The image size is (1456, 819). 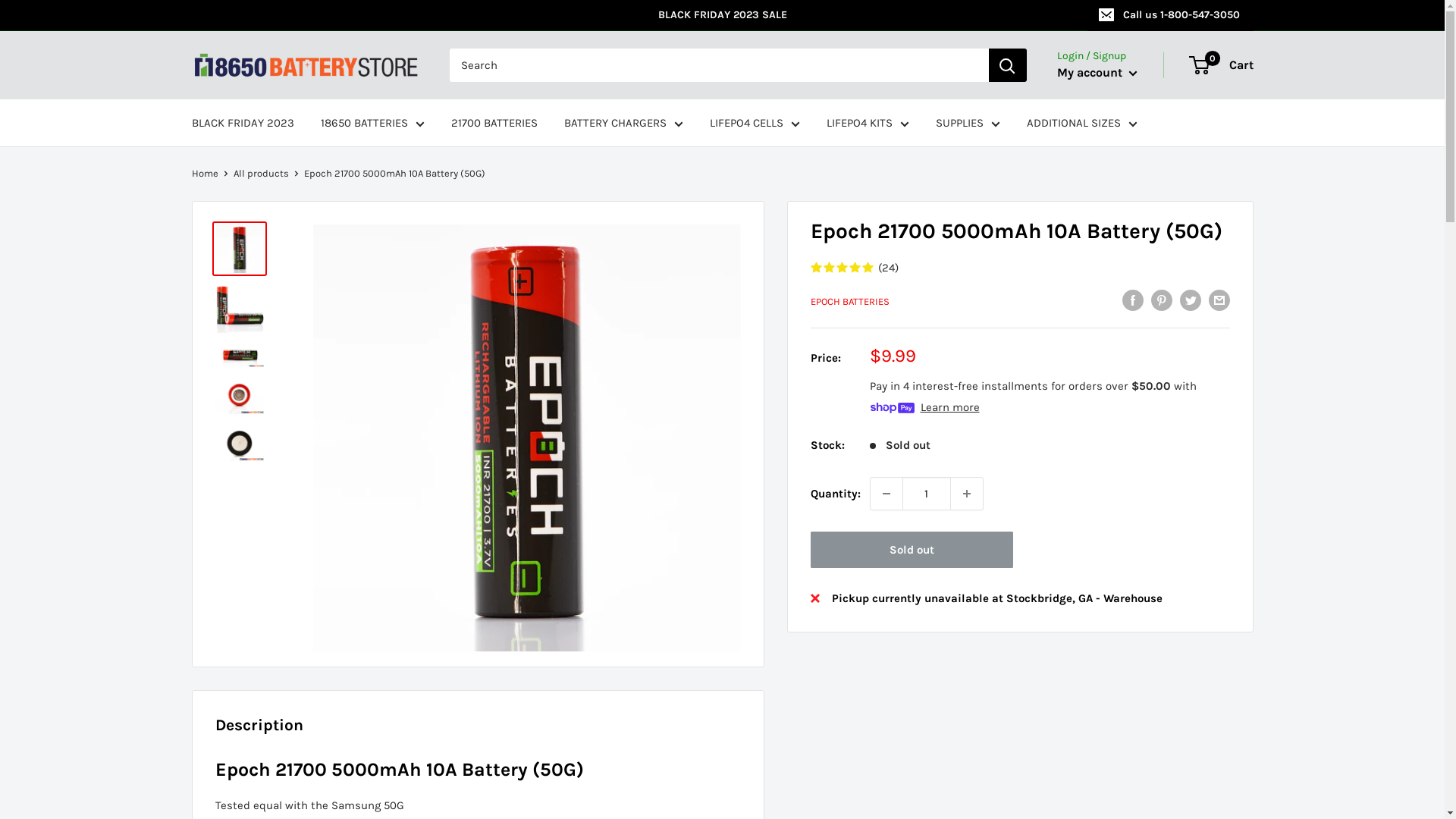 I want to click on '21700 BATTERIES', so click(x=450, y=122).